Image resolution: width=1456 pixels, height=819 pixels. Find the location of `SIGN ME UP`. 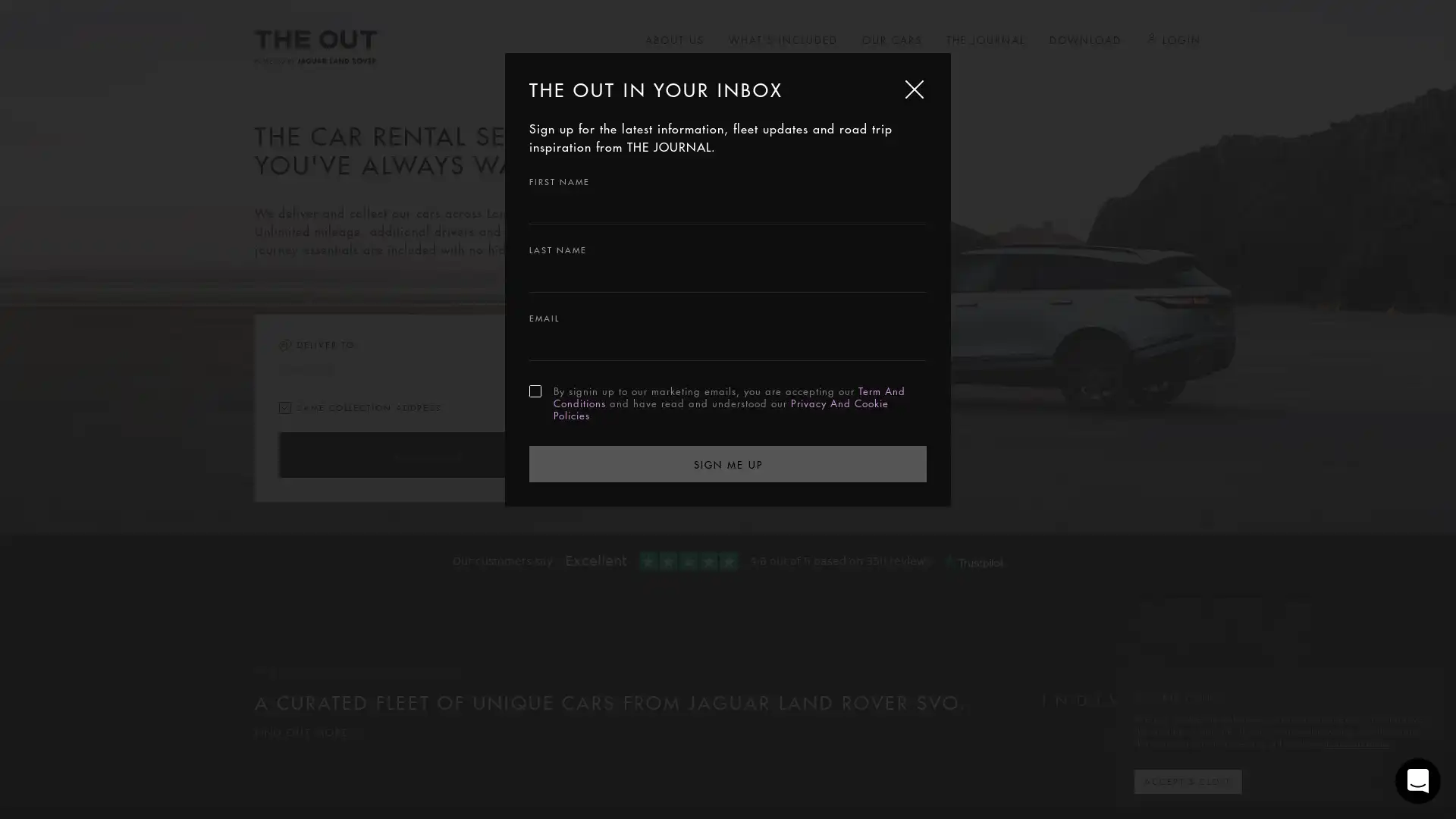

SIGN ME UP is located at coordinates (728, 462).